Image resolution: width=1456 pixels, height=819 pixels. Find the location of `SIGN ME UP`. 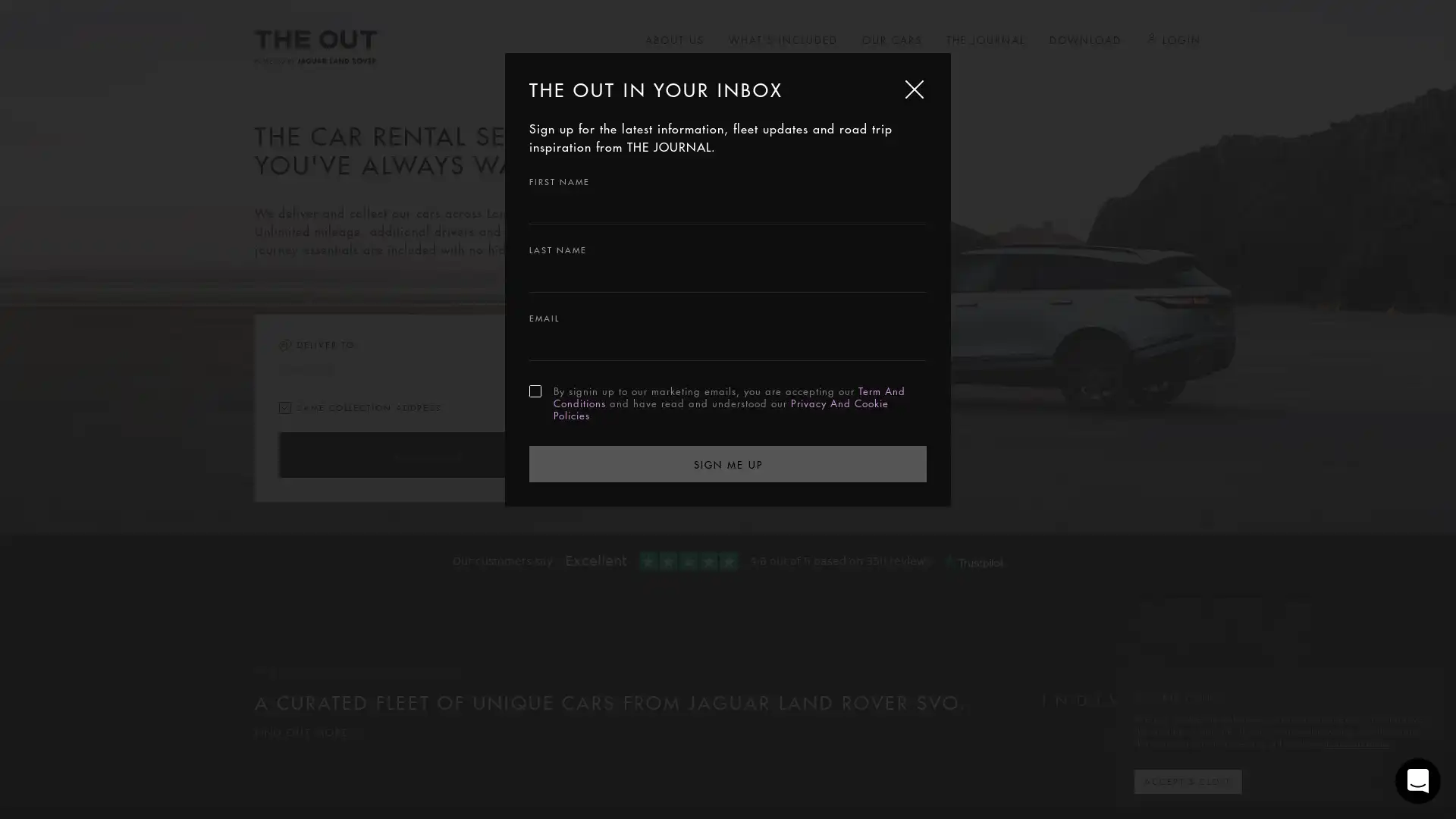

SIGN ME UP is located at coordinates (728, 462).